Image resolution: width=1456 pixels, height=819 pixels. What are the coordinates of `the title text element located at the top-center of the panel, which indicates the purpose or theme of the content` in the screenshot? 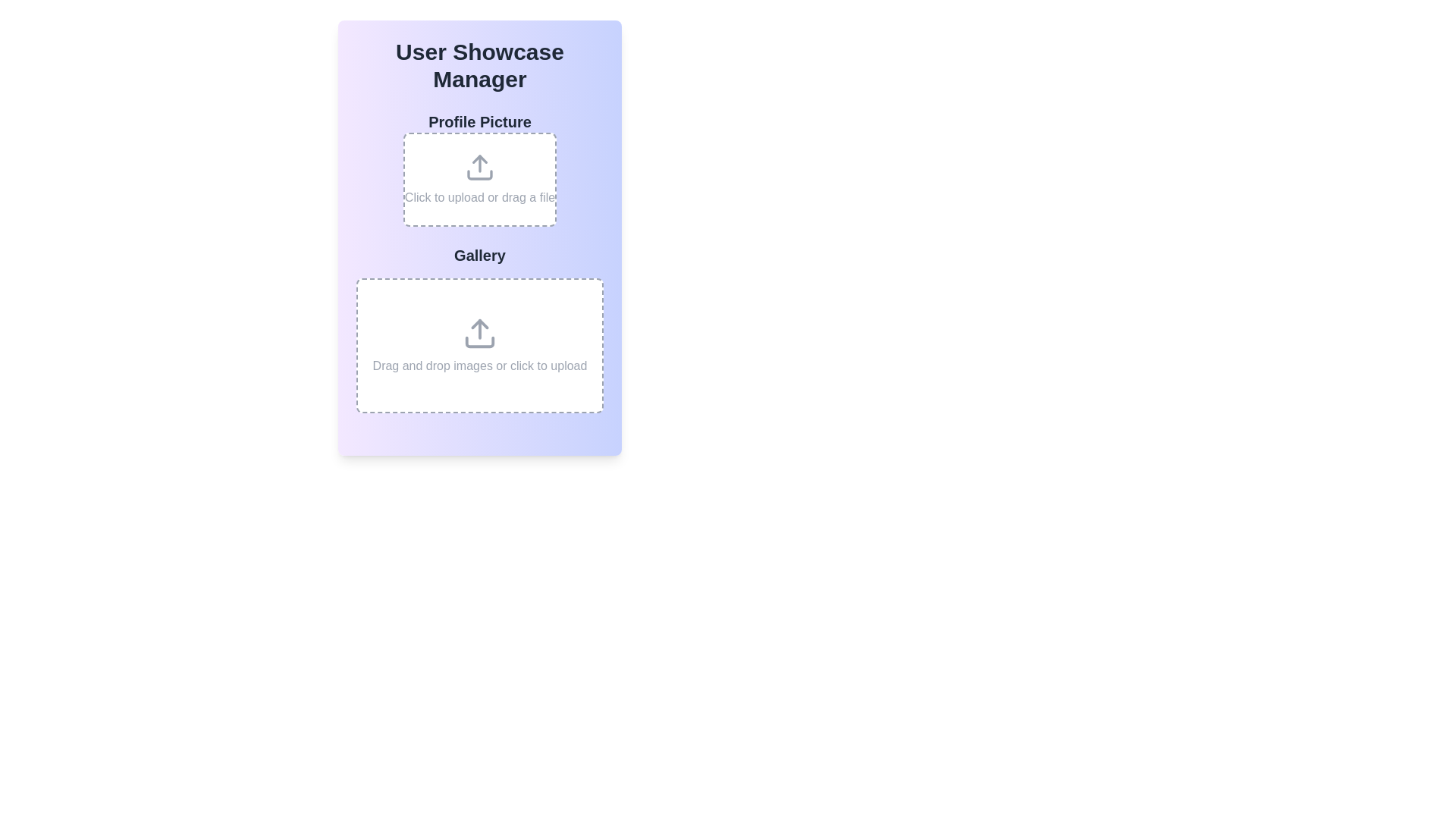 It's located at (479, 65).